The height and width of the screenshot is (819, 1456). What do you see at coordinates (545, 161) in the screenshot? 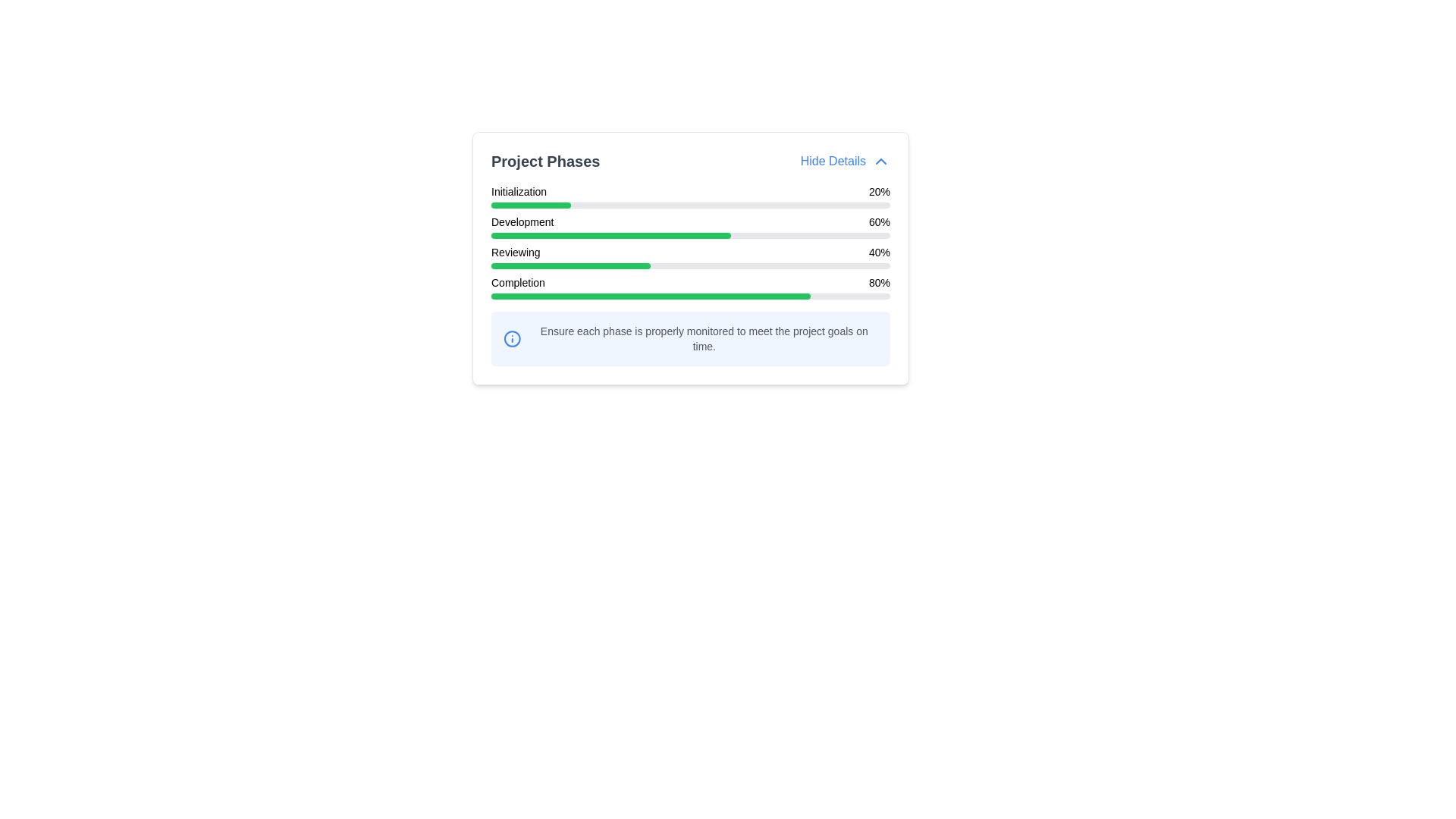
I see `the bold text element reading 'Project Phases', which serves as the heading for project phase data, positioned to the left of the 'Hide Details' link and chevron icon` at bounding box center [545, 161].